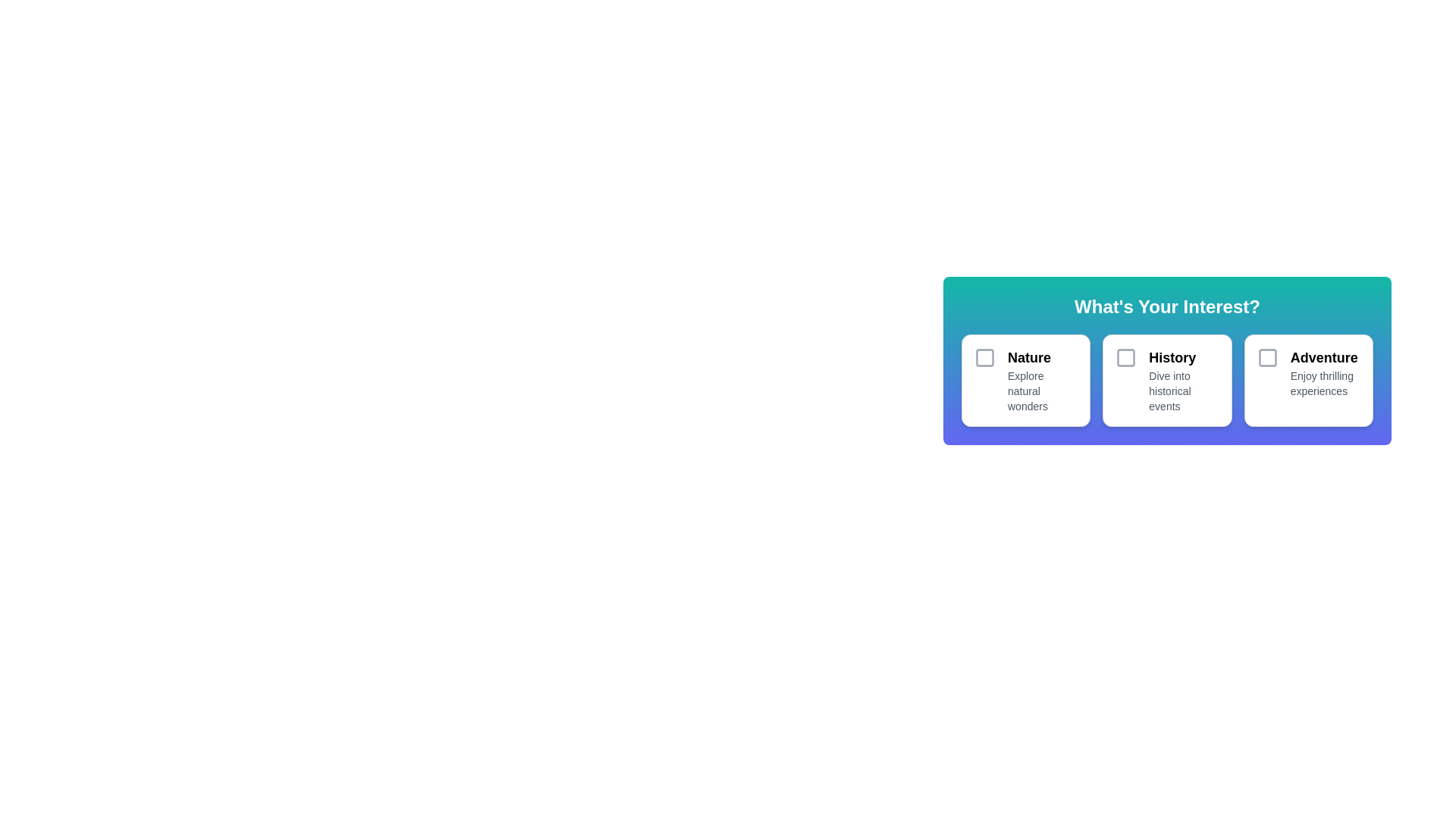 The height and width of the screenshot is (819, 1456). Describe the element at coordinates (985, 357) in the screenshot. I see `the checkbox located under the 'Nature' option, which is a square-shaped icon with rounded corners` at that location.